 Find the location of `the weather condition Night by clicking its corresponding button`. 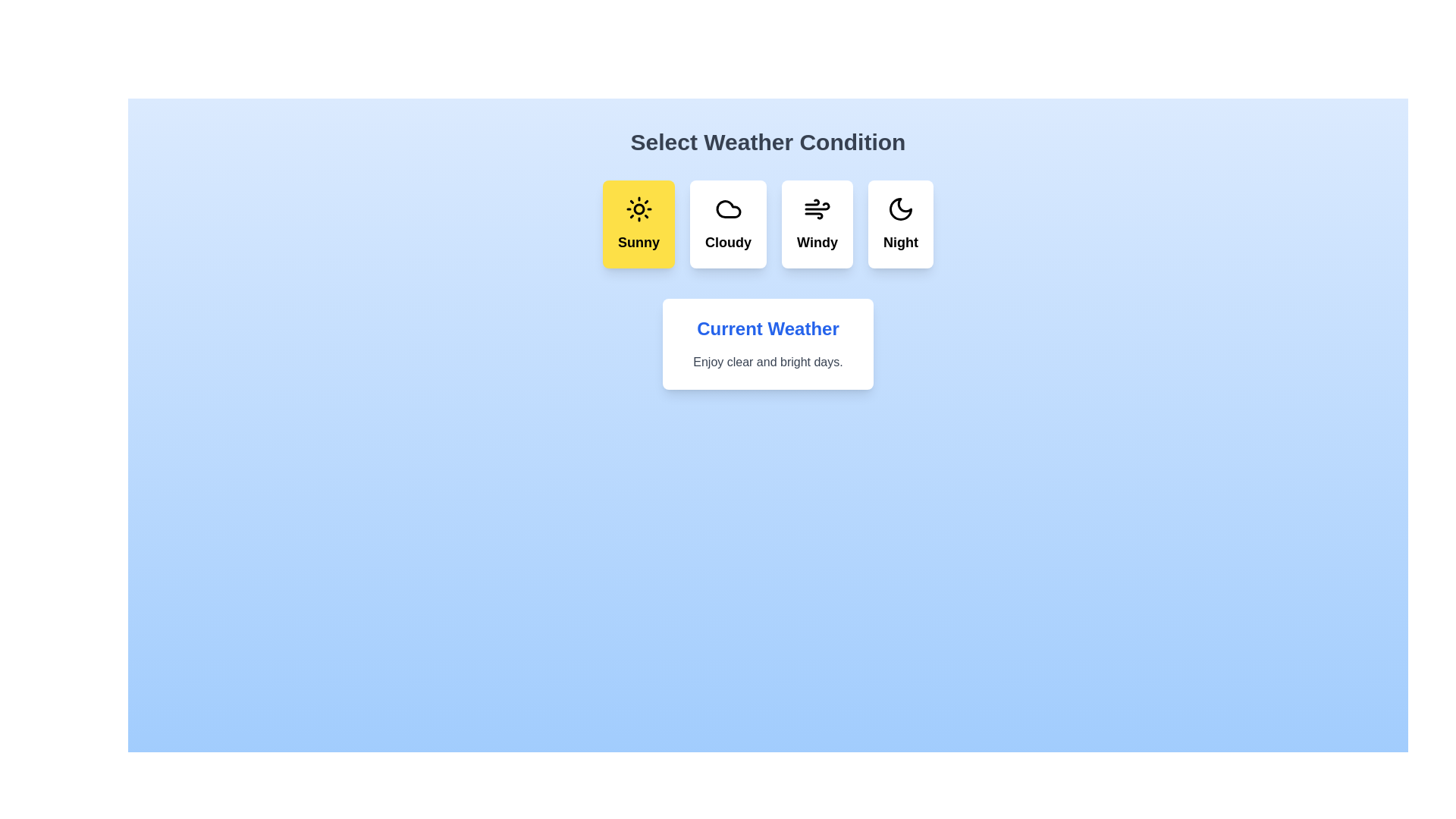

the weather condition Night by clicking its corresponding button is located at coordinates (900, 224).